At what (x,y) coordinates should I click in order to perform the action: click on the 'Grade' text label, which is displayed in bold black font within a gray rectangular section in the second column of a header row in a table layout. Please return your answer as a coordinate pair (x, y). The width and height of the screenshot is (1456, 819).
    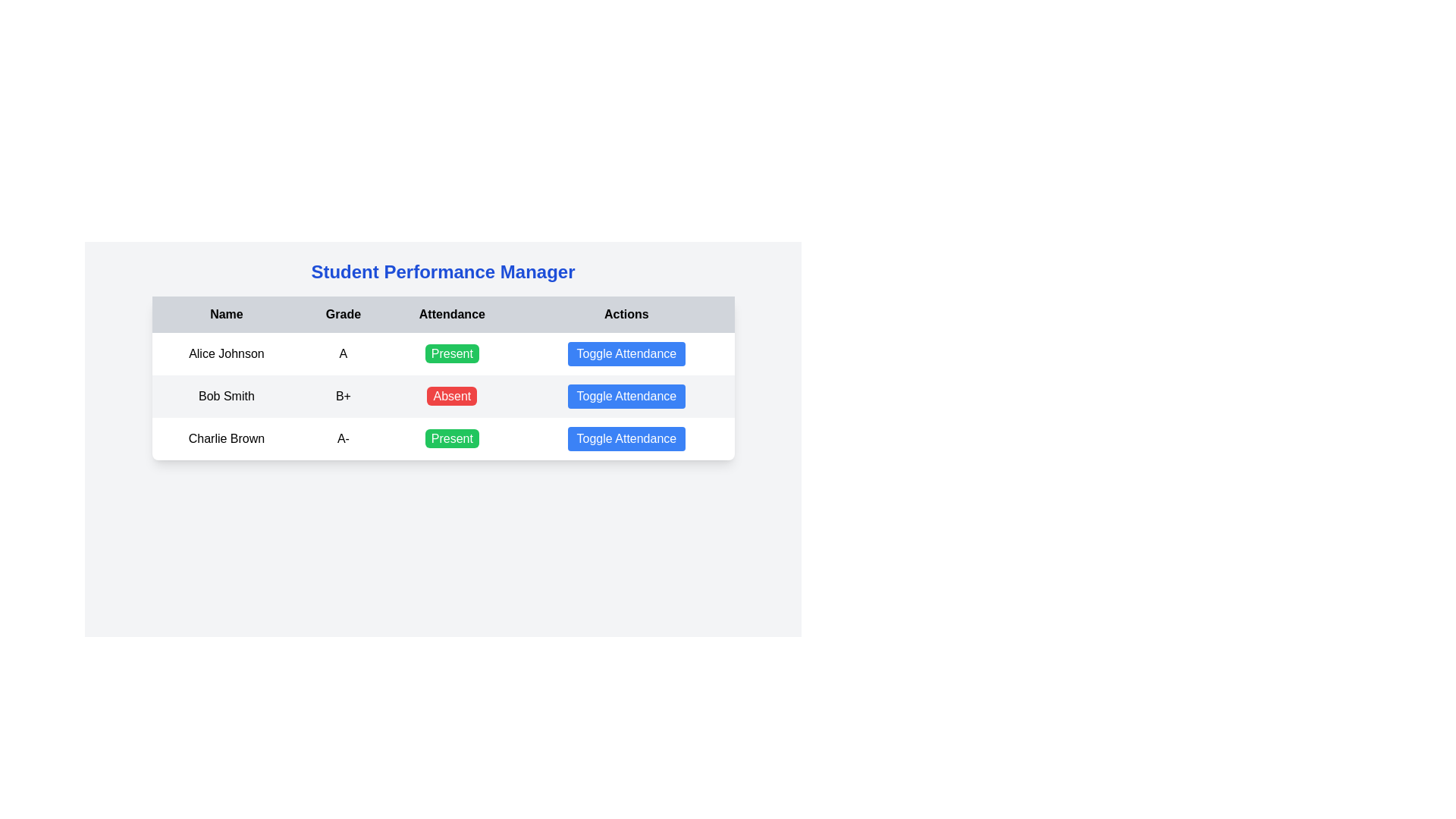
    Looking at the image, I should click on (342, 314).